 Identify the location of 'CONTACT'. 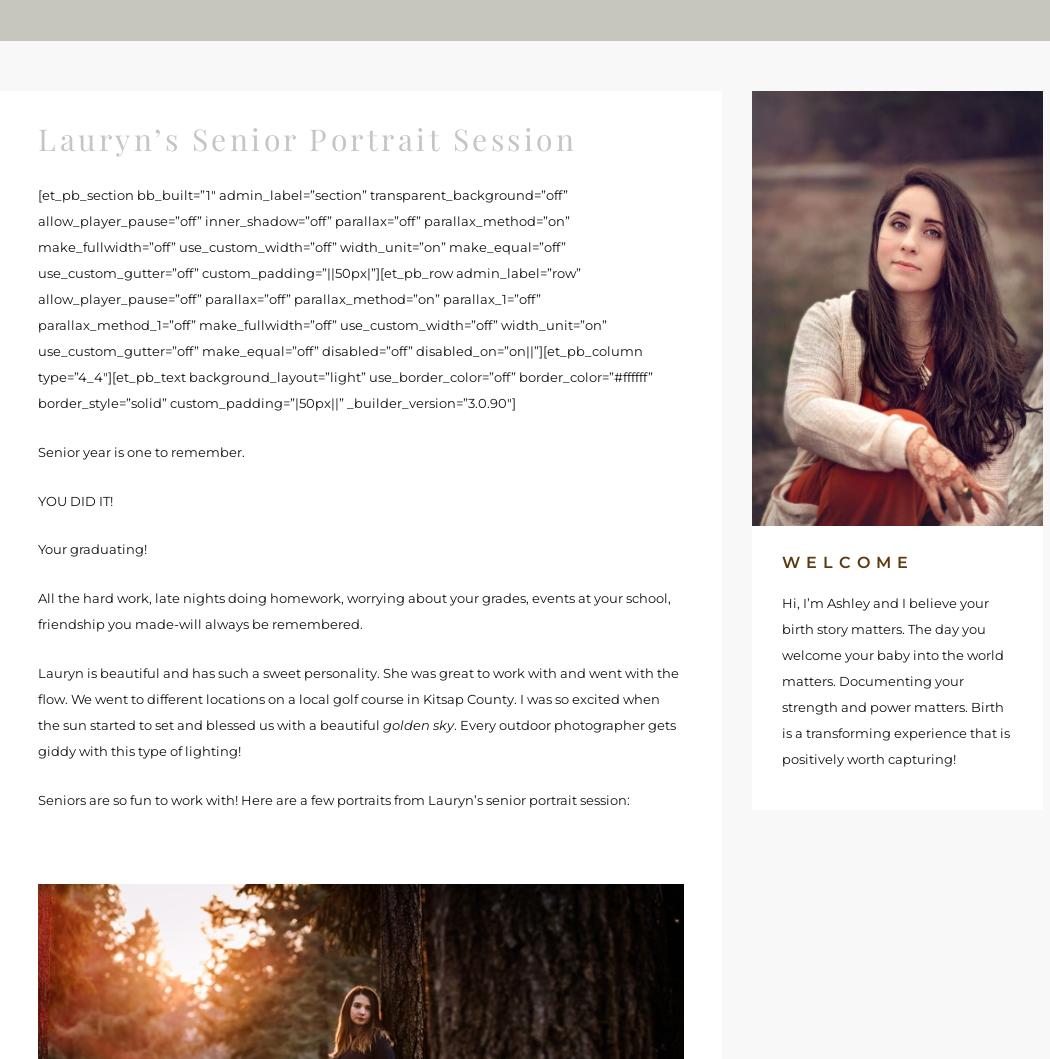
(804, 20).